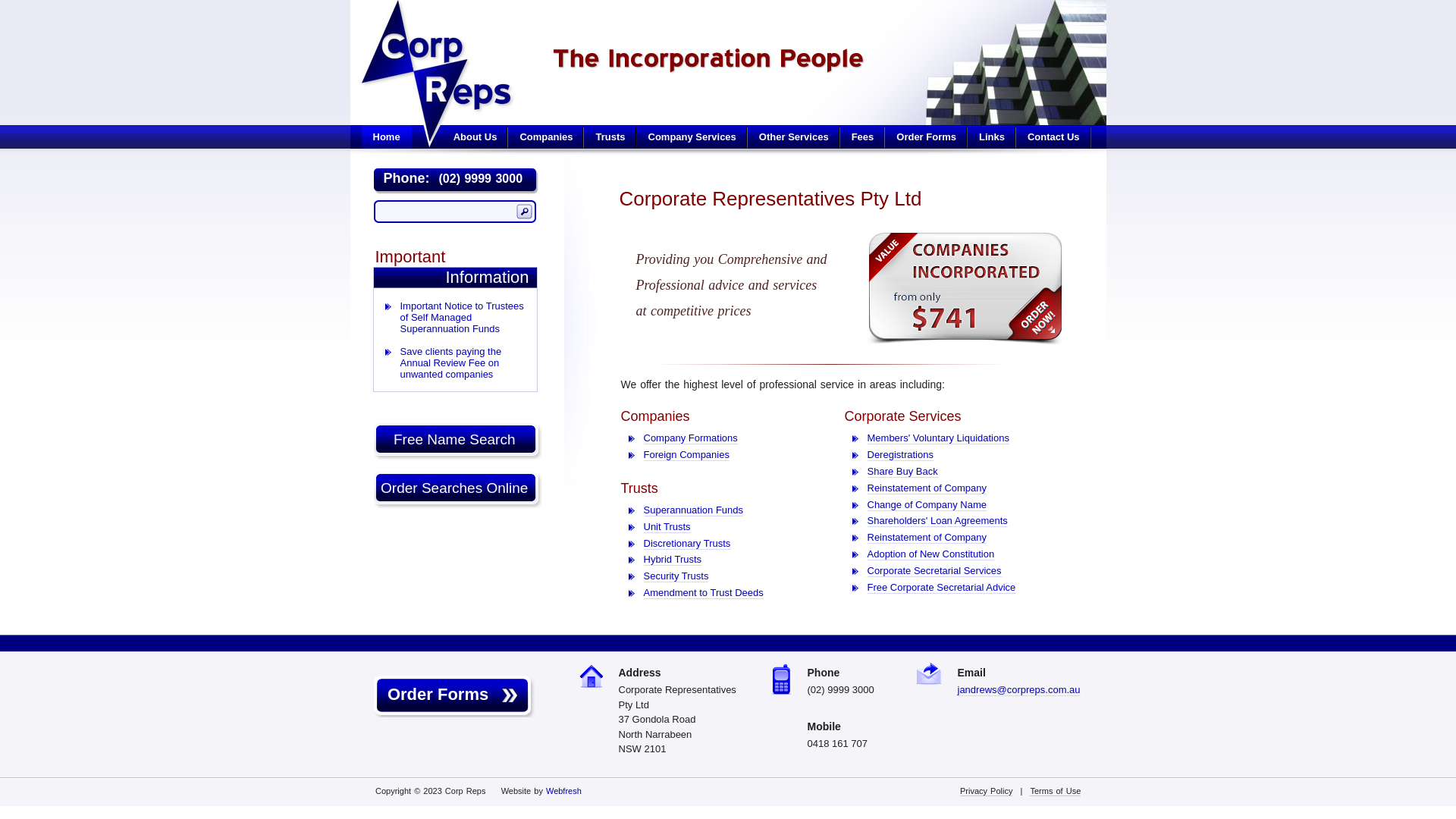  I want to click on 'Share Buy Back', so click(902, 470).